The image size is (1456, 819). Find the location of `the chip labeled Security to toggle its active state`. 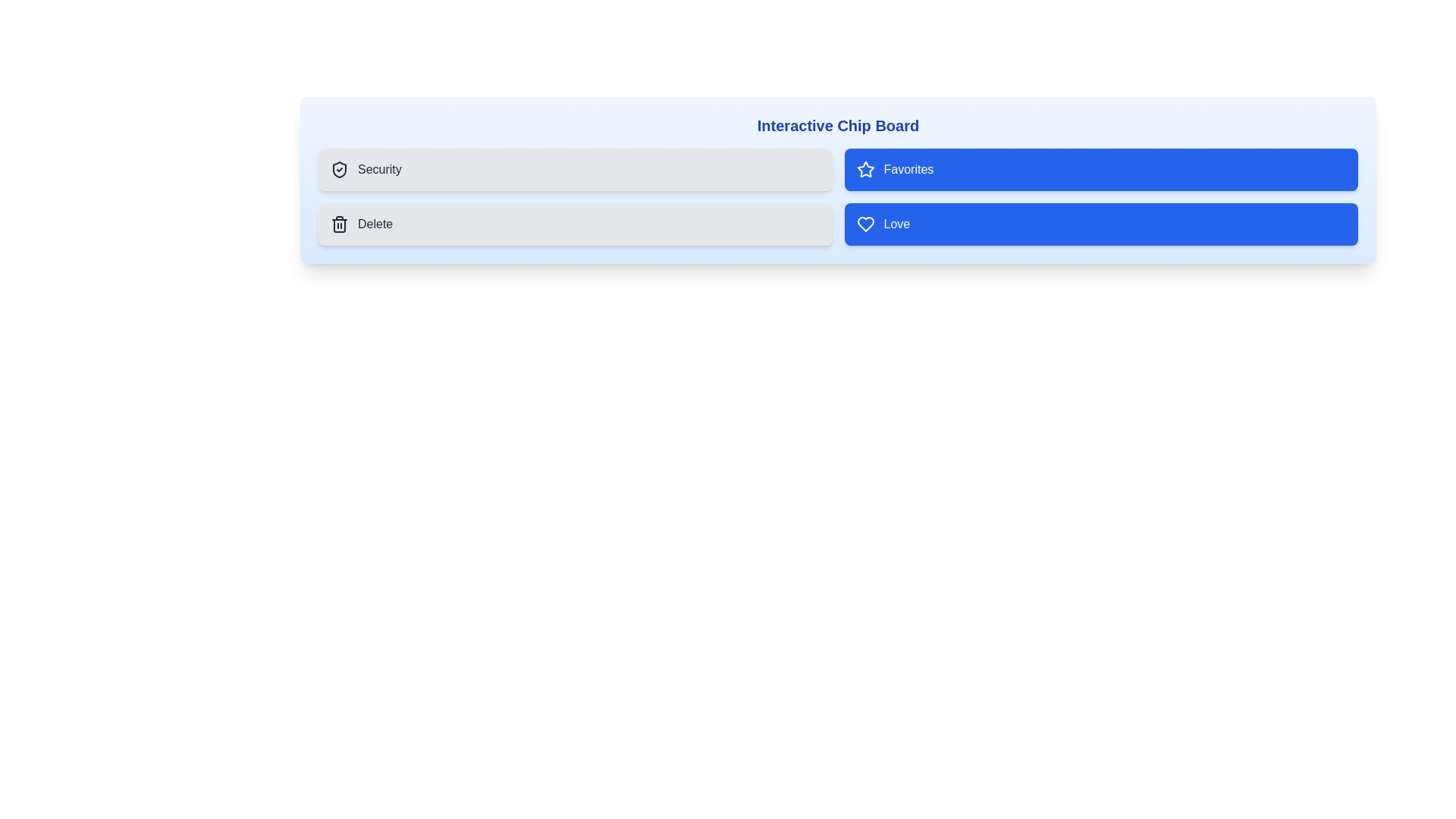

the chip labeled Security to toggle its active state is located at coordinates (574, 169).